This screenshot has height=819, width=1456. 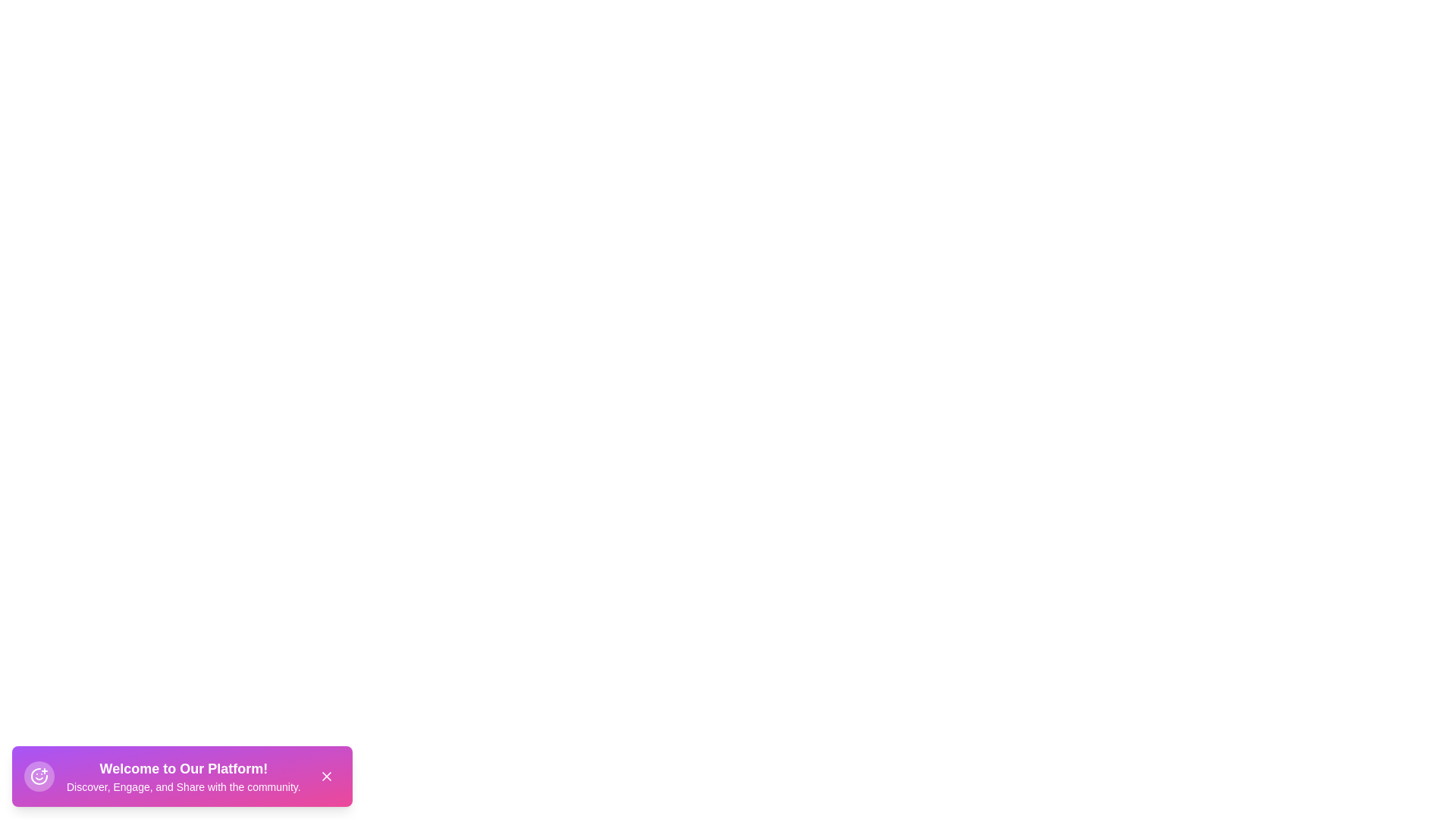 What do you see at coordinates (39, 776) in the screenshot?
I see `the icon within the snackbar` at bounding box center [39, 776].